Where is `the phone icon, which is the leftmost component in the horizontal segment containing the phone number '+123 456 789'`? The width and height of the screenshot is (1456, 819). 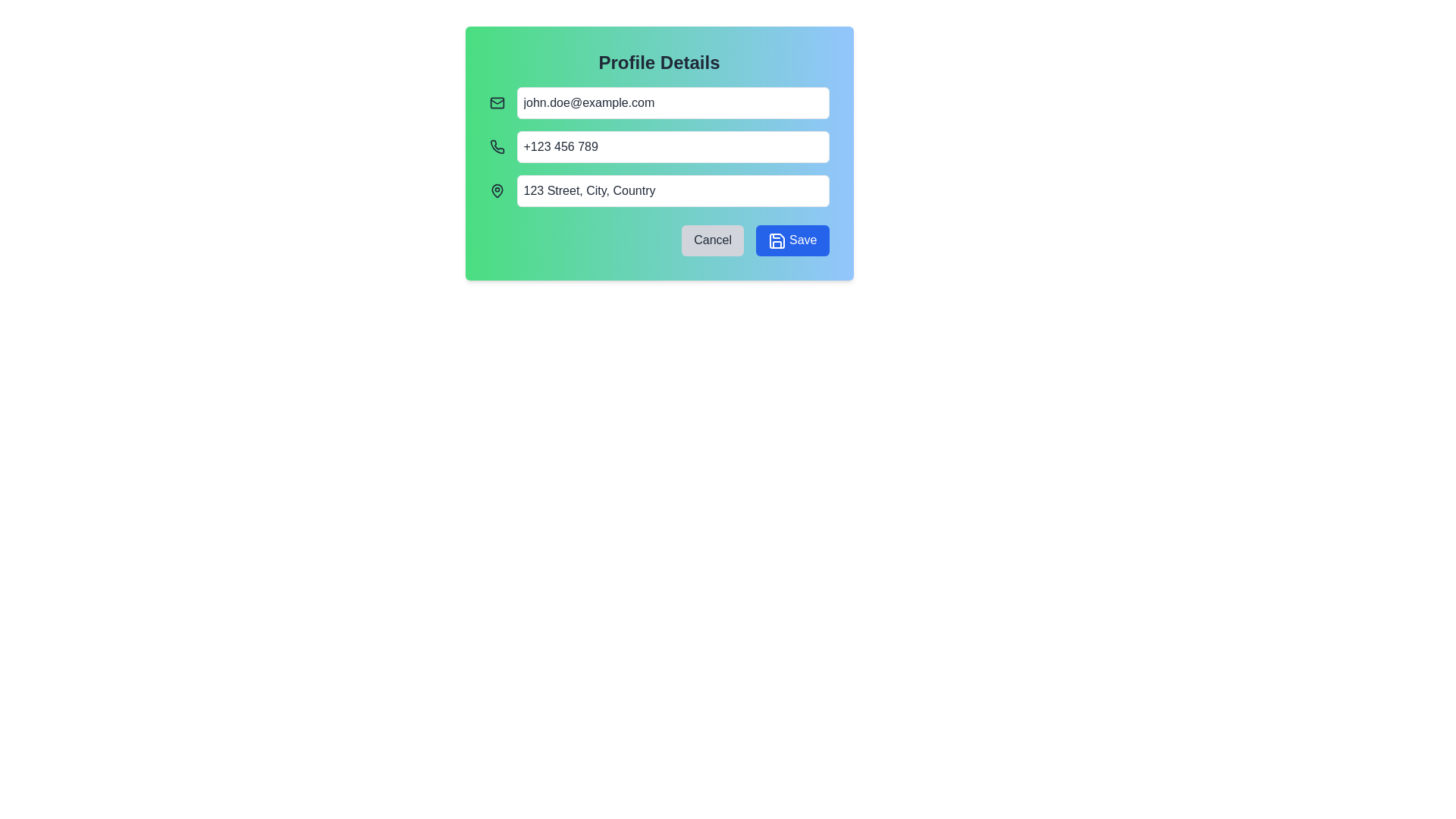 the phone icon, which is the leftmost component in the horizontal segment containing the phone number '+123 456 789' is located at coordinates (497, 146).